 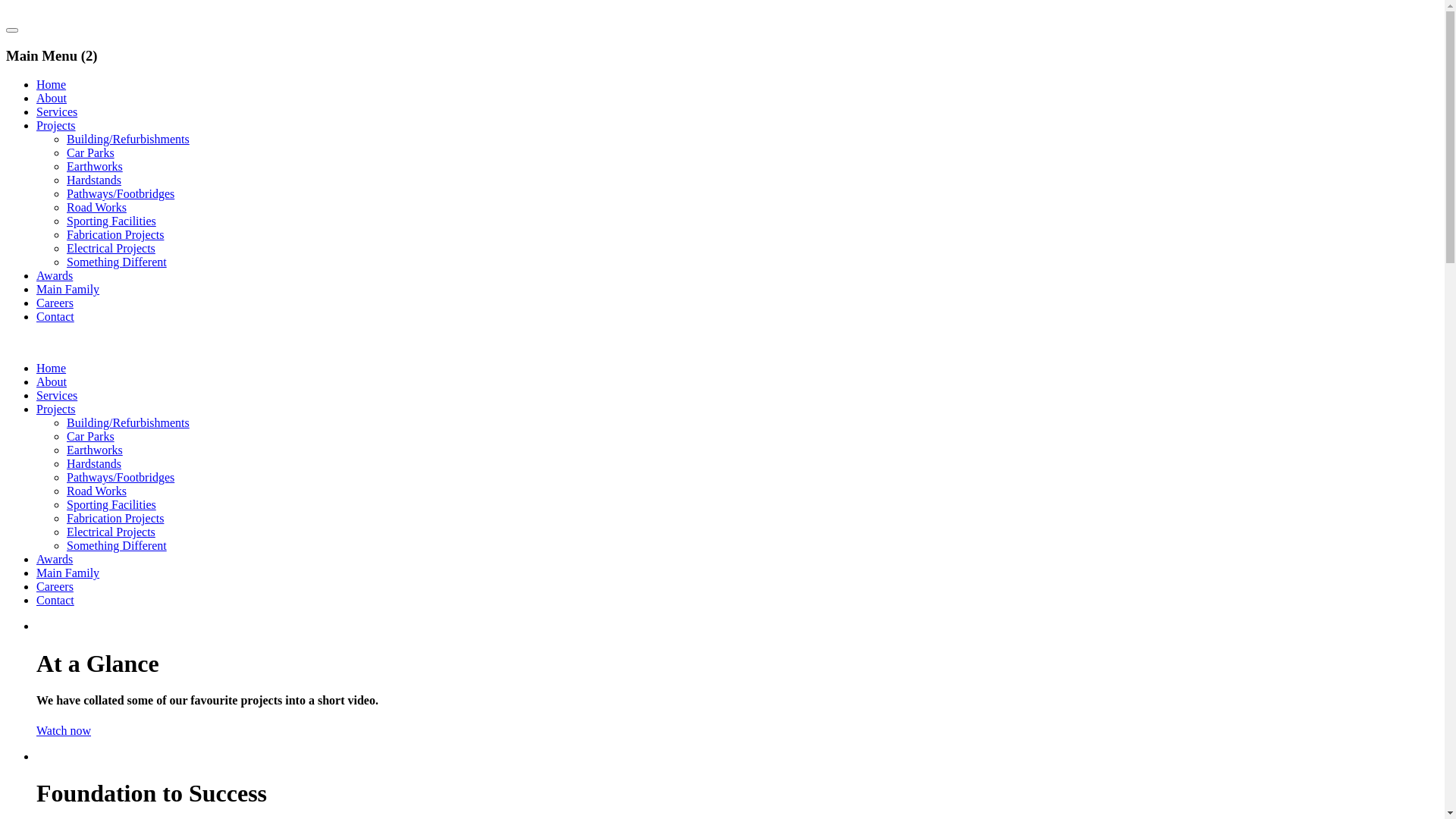 What do you see at coordinates (67, 289) in the screenshot?
I see `'Main Family'` at bounding box center [67, 289].